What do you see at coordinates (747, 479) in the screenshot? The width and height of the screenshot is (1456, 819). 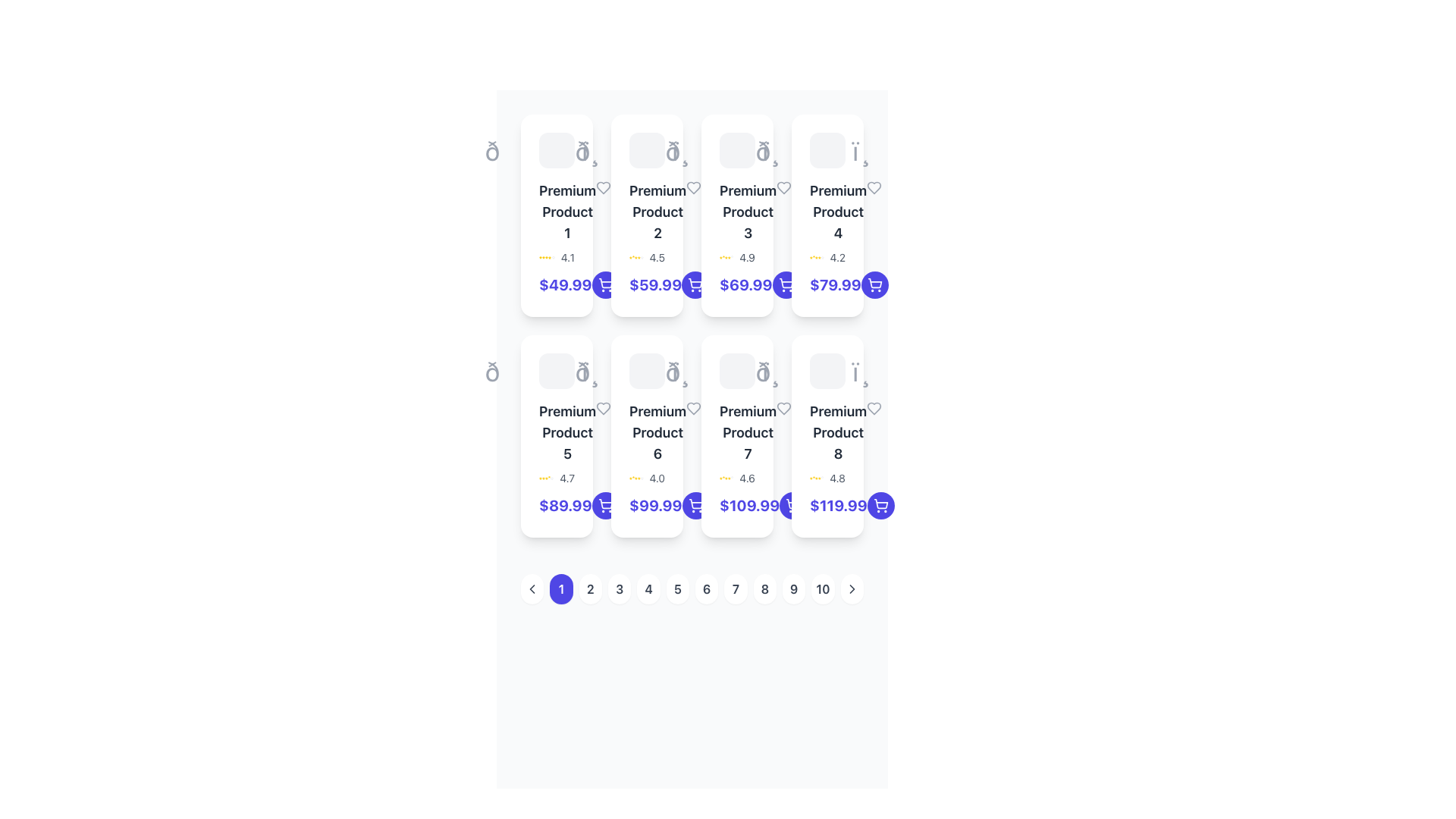 I see `the text '4.6' which indicates the aggregate rating score for the product 'Premium Product 7' to read the rating` at bounding box center [747, 479].